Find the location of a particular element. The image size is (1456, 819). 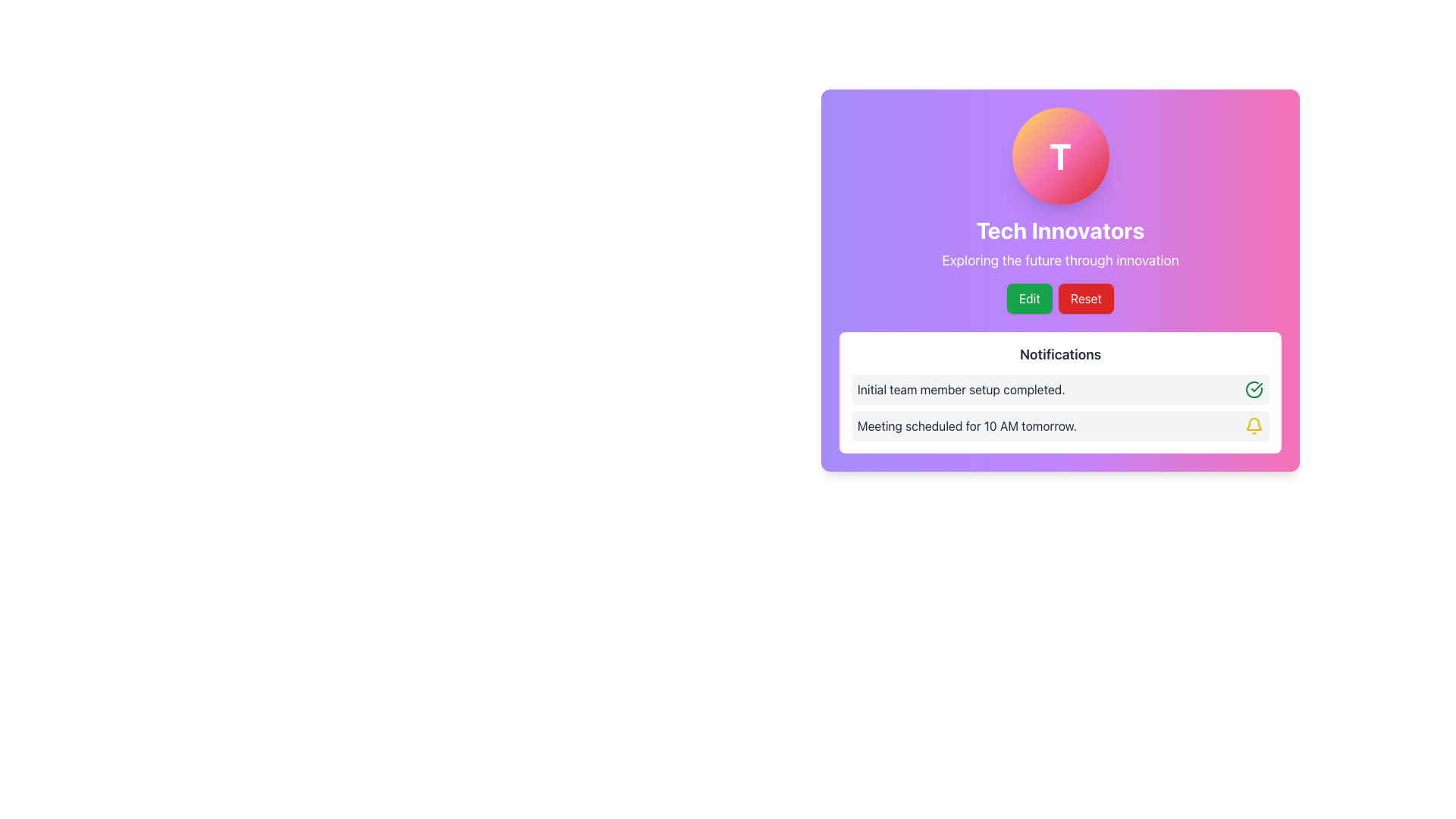

notification text stating 'Meeting scheduled for 10 AM tomorrow.' from the second notification in the Notifications section, located directly below the message 'Initial team member setup completed.' is located at coordinates (1059, 426).